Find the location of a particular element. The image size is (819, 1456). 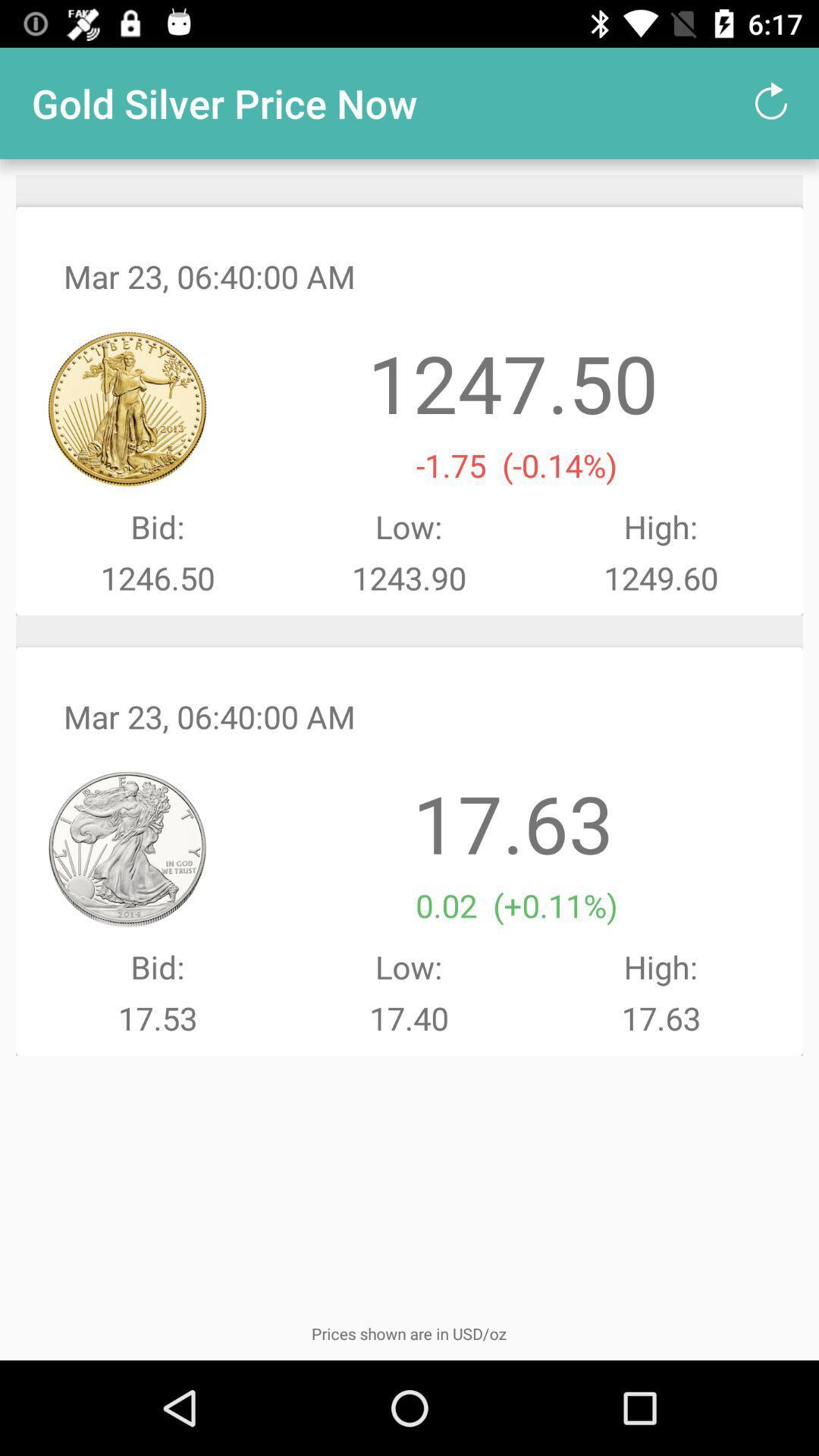

the icon at the top right corner is located at coordinates (771, 102).